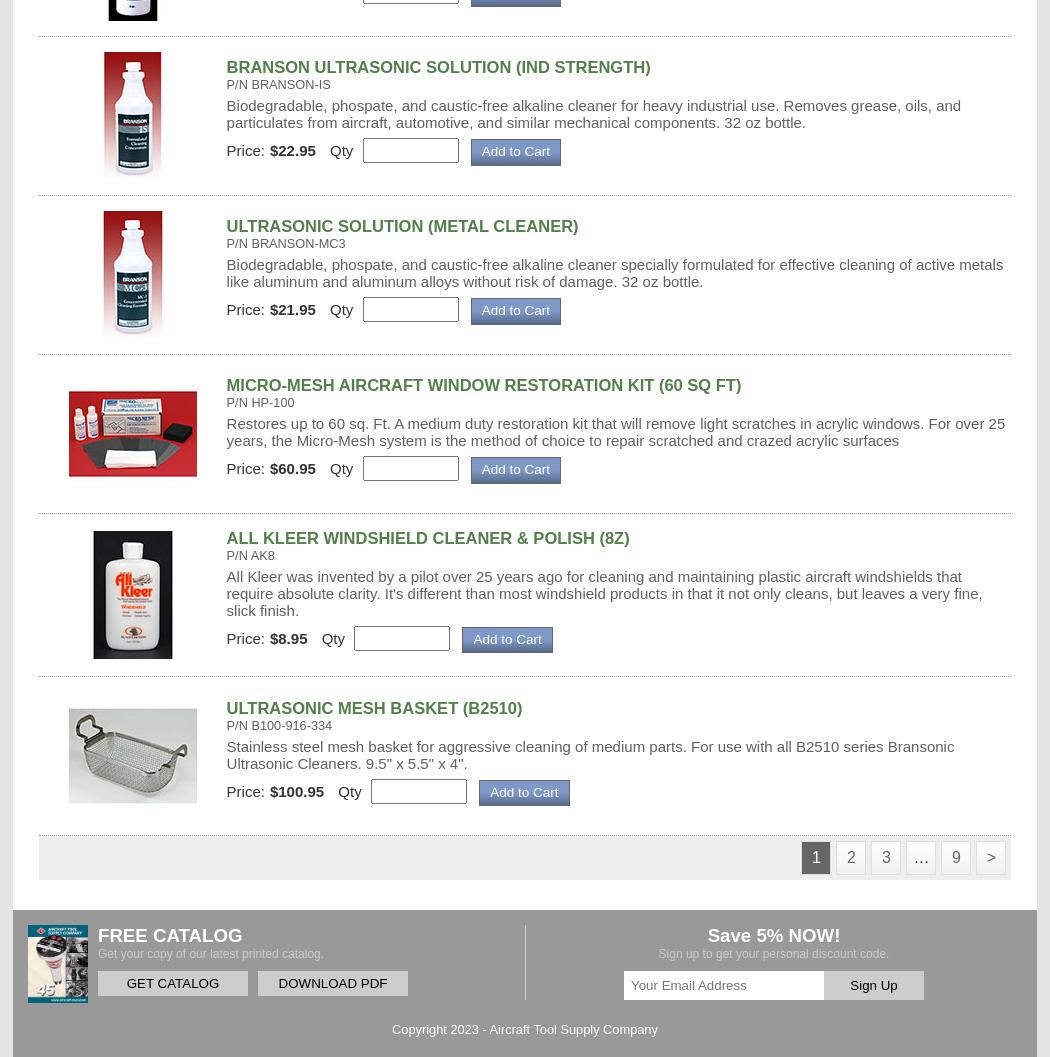  I want to click on '$60.95', so click(291, 468).